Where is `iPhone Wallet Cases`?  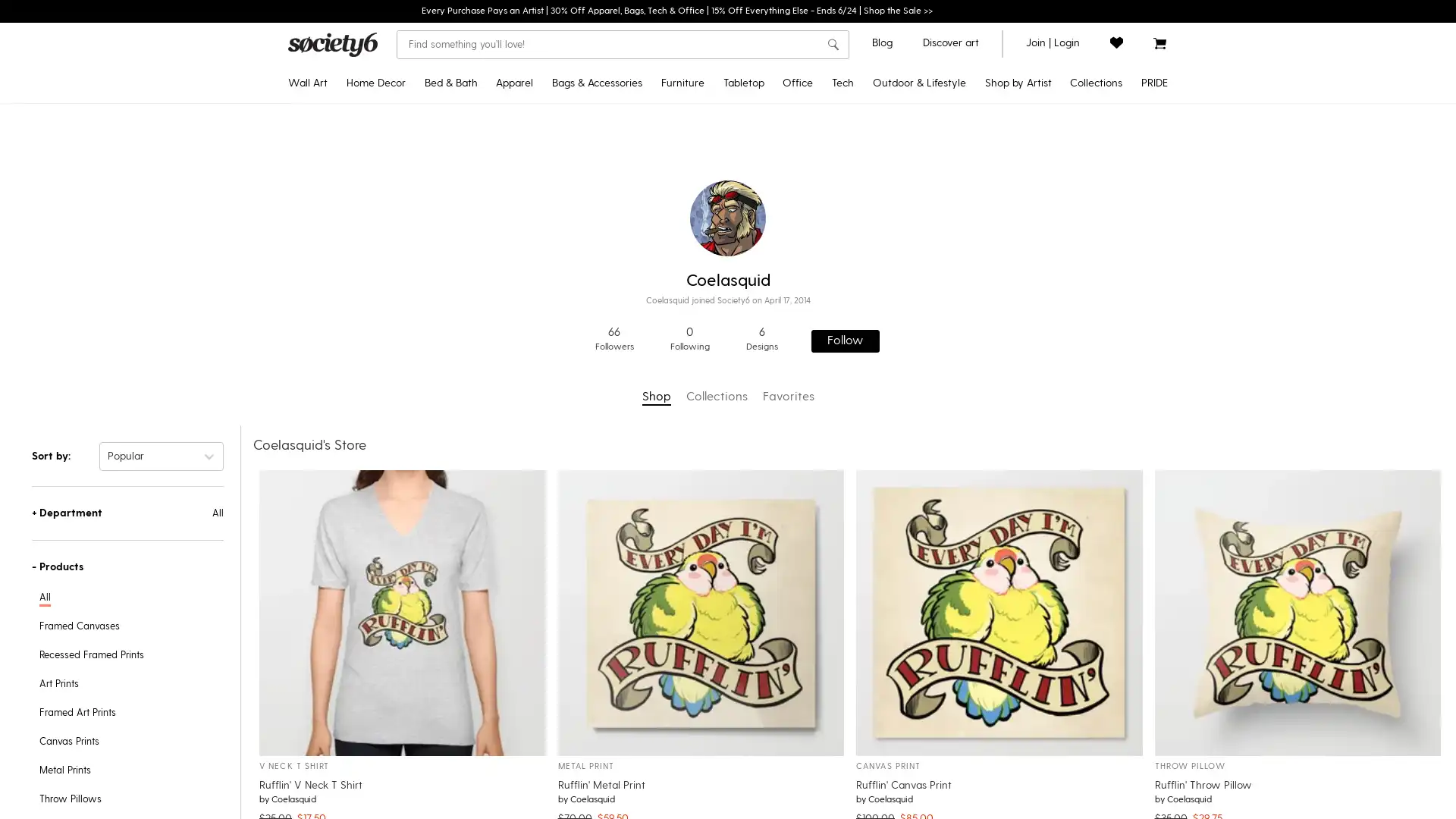 iPhone Wallet Cases is located at coordinates (896, 170).